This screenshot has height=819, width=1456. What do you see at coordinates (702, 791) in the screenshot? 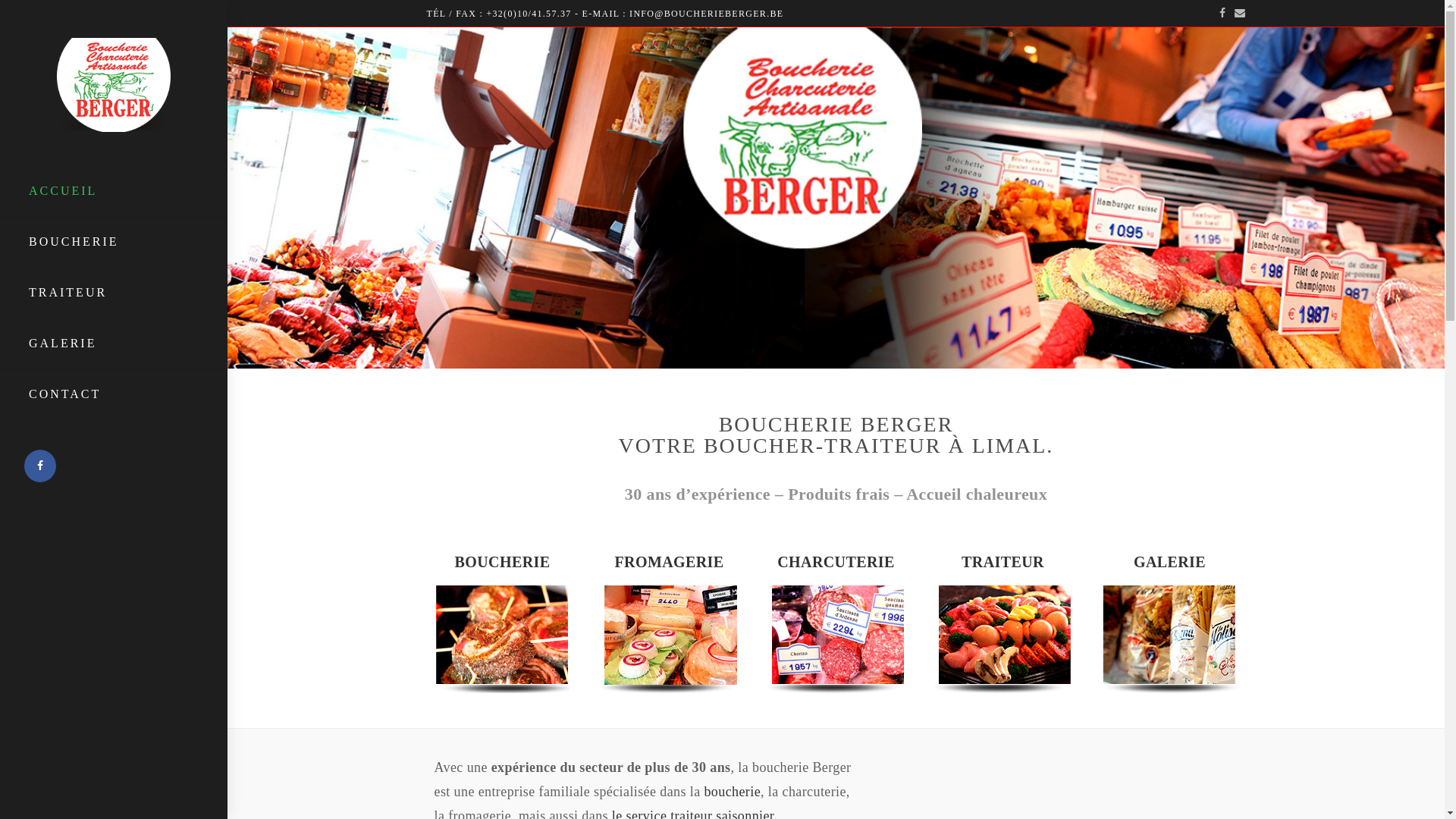
I see `'boucherie'` at bounding box center [702, 791].